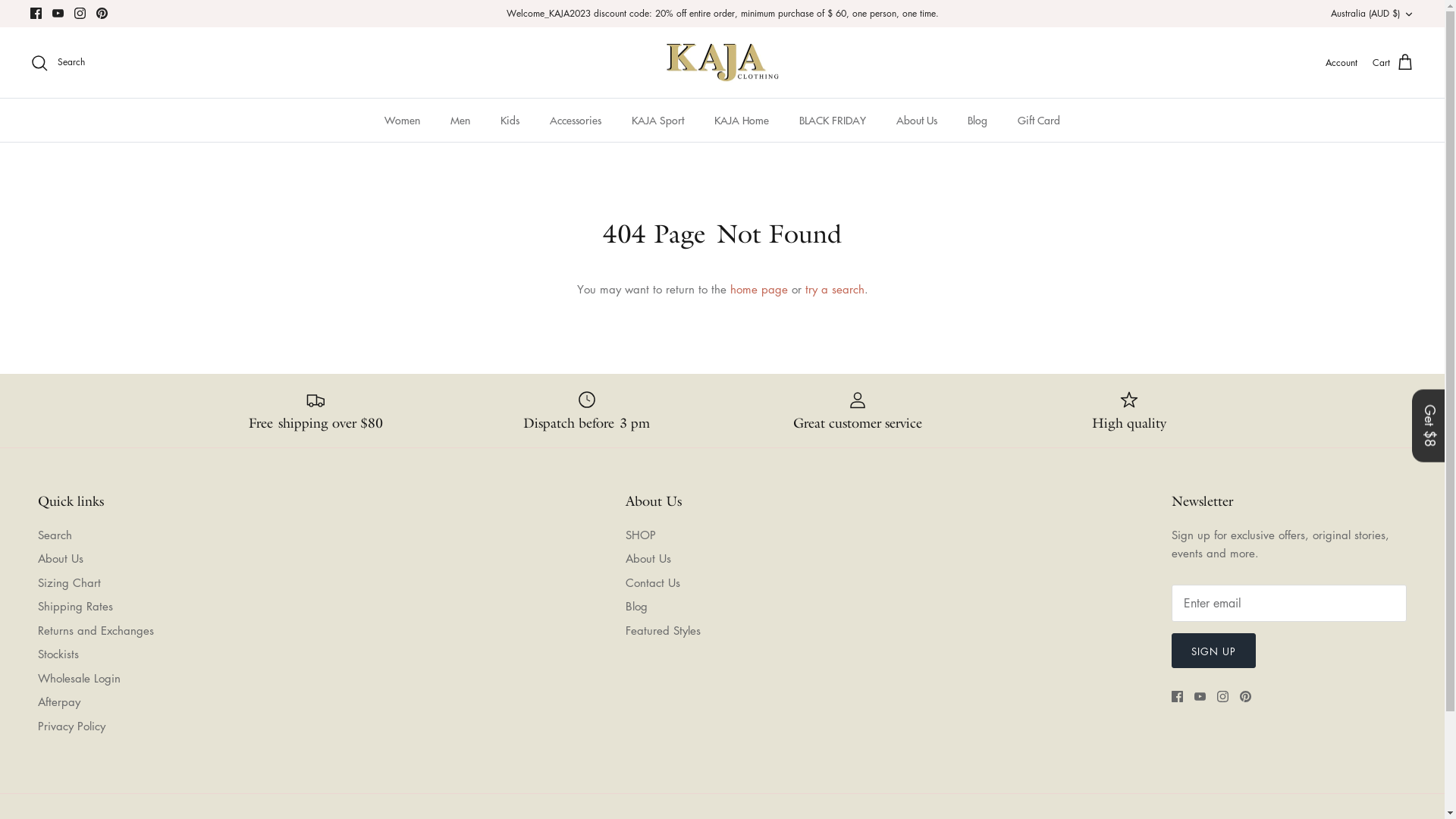  I want to click on 'Privacy Policy', so click(71, 724).